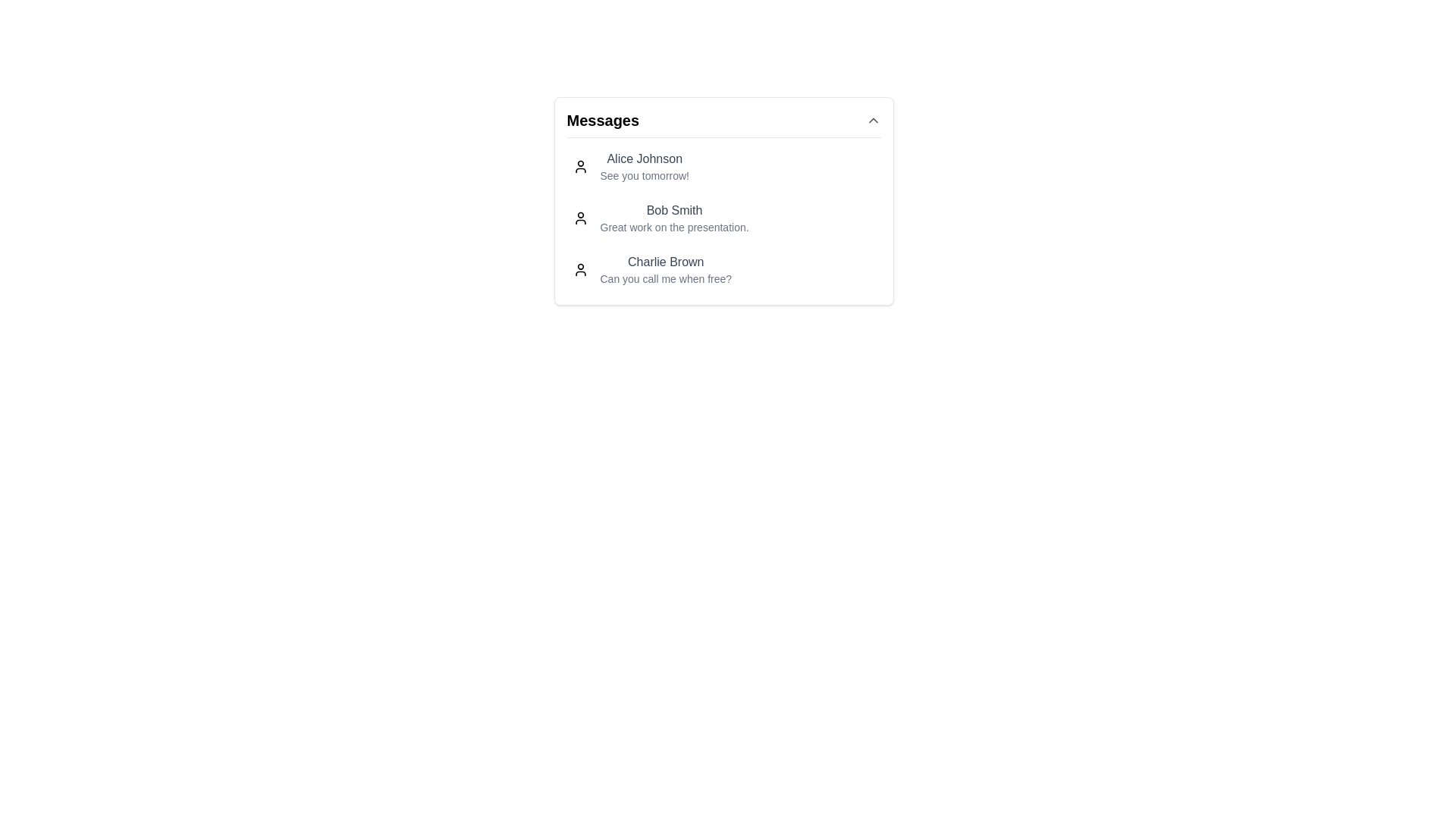 Image resolution: width=1456 pixels, height=819 pixels. I want to click on the middle message entry related to Bob Smith in the Messages display component for interaction, so click(723, 200).